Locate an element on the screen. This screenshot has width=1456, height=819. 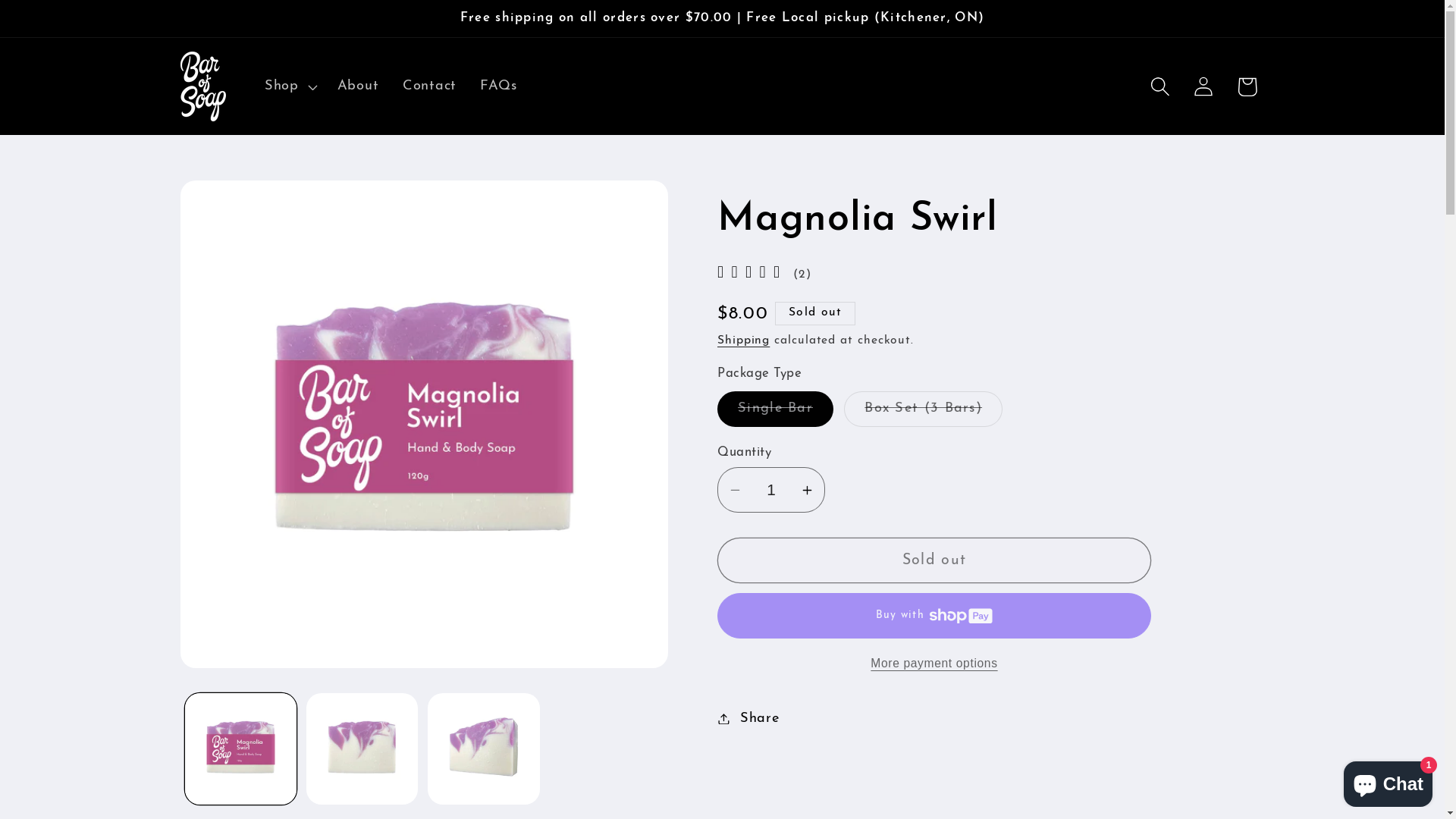
'Sold out' is located at coordinates (934, 560).